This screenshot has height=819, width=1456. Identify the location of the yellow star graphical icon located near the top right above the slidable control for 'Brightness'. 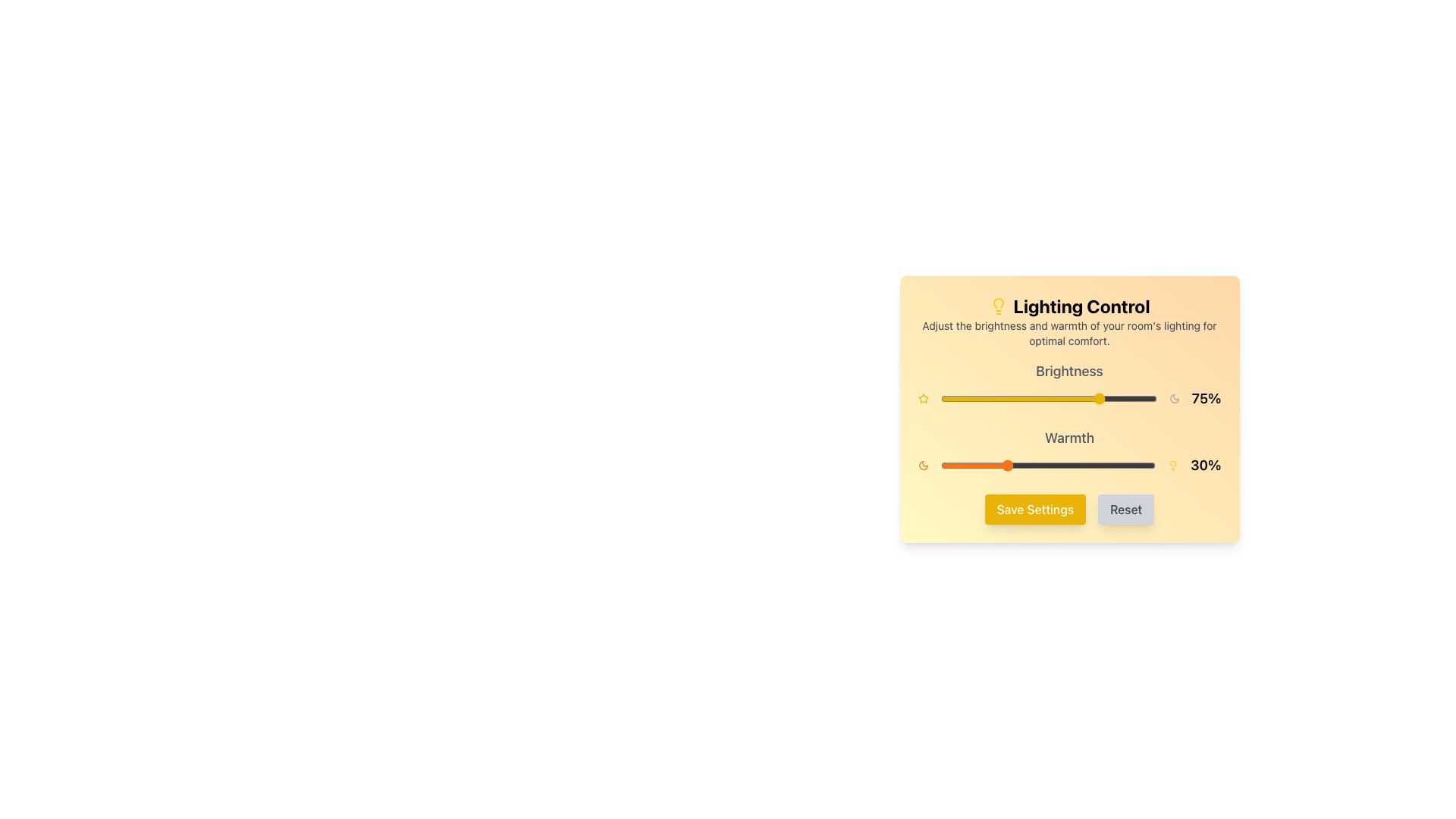
(922, 397).